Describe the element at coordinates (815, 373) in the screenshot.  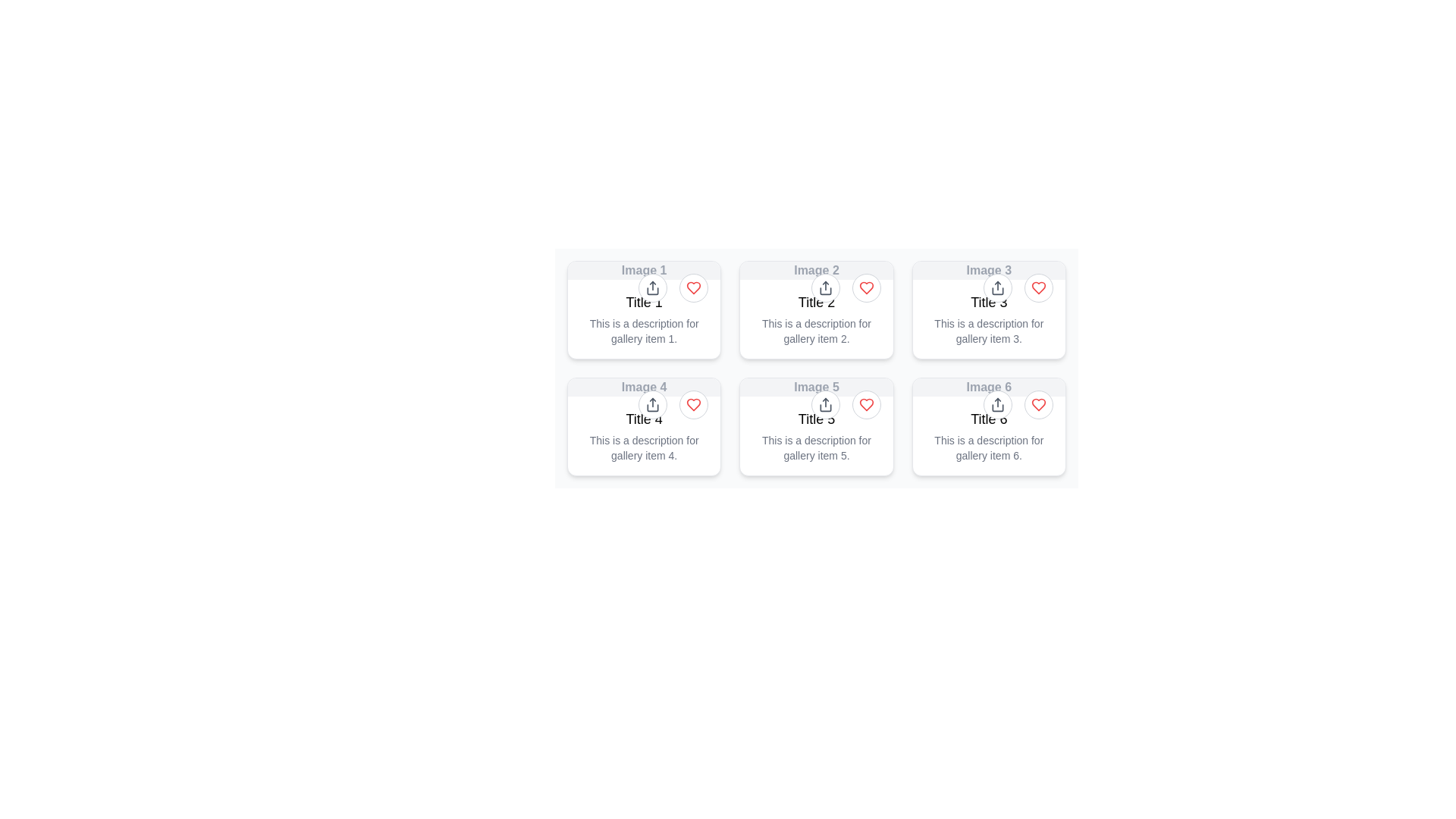
I see `the heart symbol located on the fifth card titled 'Title 5' in the second row, middle column of the card layout` at that location.